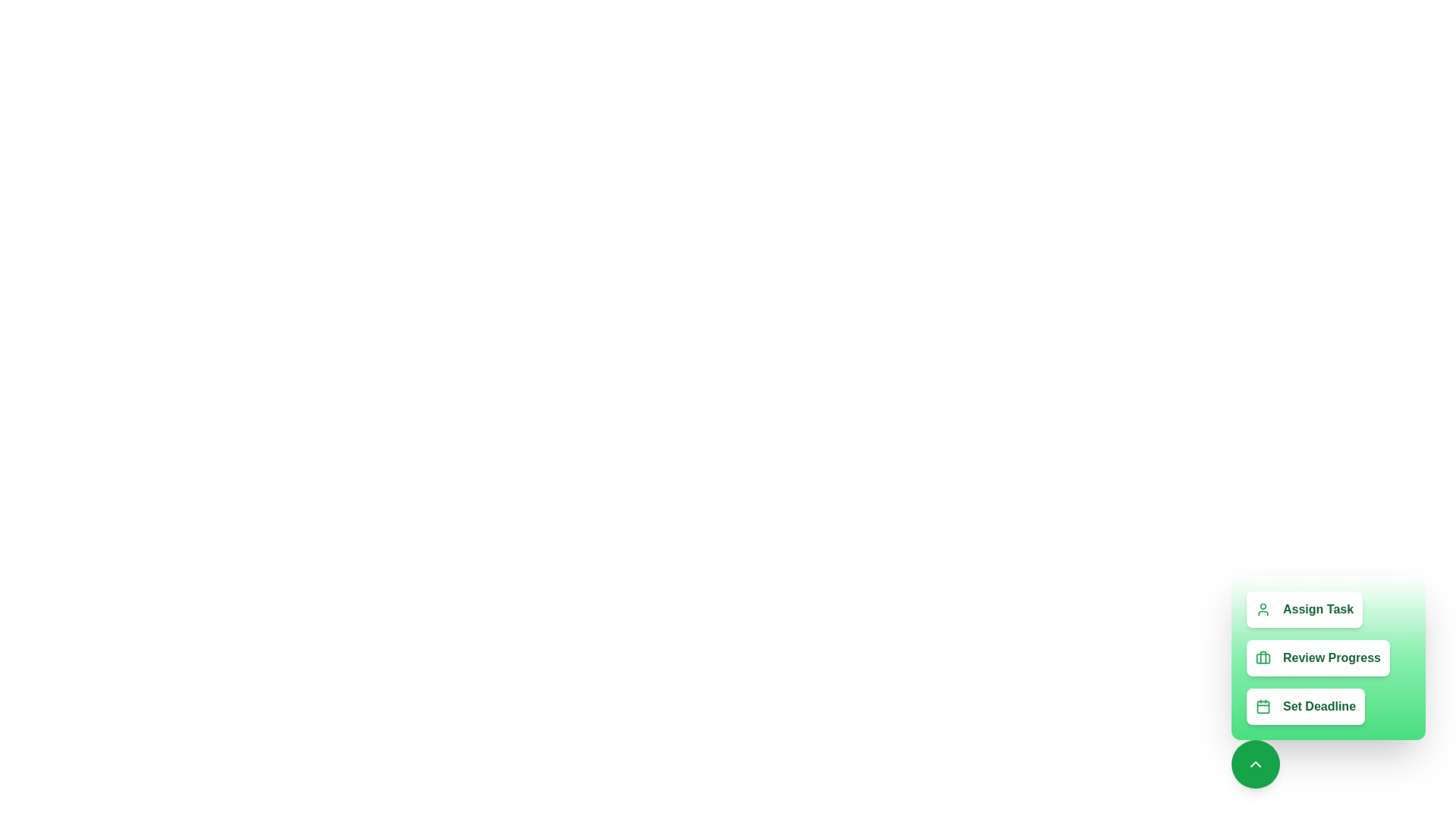 This screenshot has height=819, width=1456. What do you see at coordinates (1317, 657) in the screenshot?
I see `the button to execute the task action Review Progress` at bounding box center [1317, 657].